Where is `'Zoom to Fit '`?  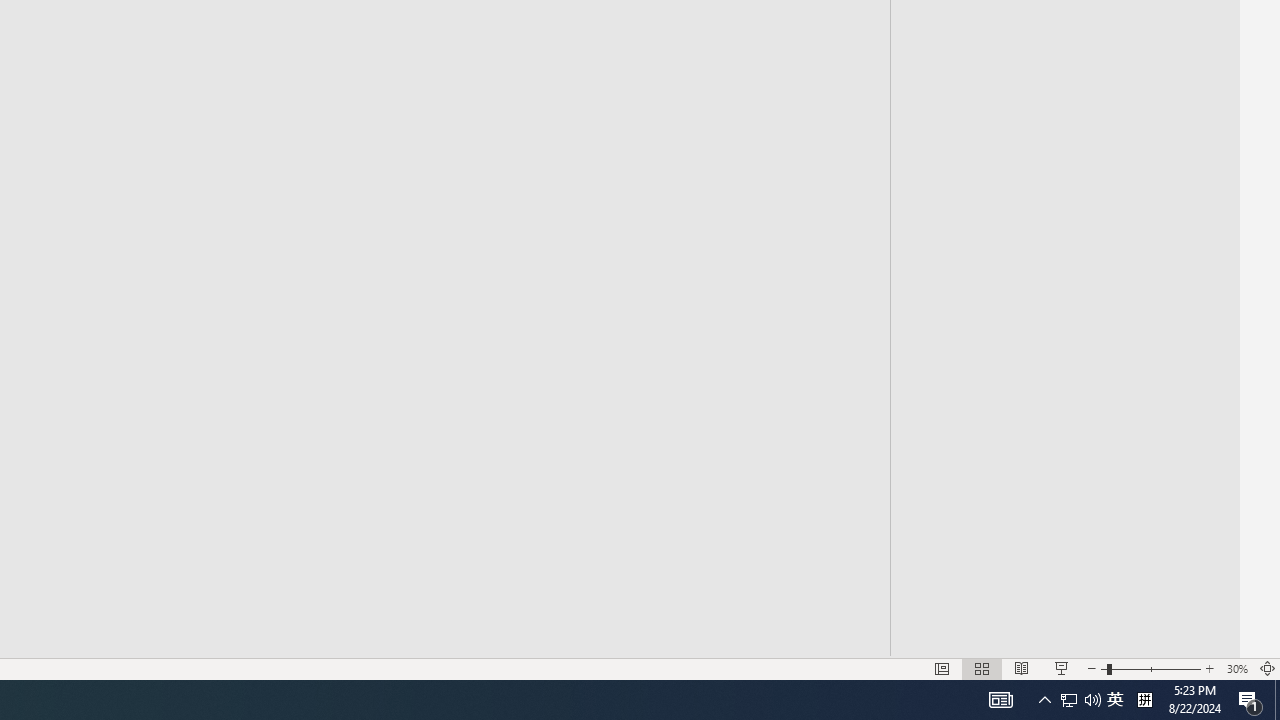
'Zoom to Fit ' is located at coordinates (1266, 669).